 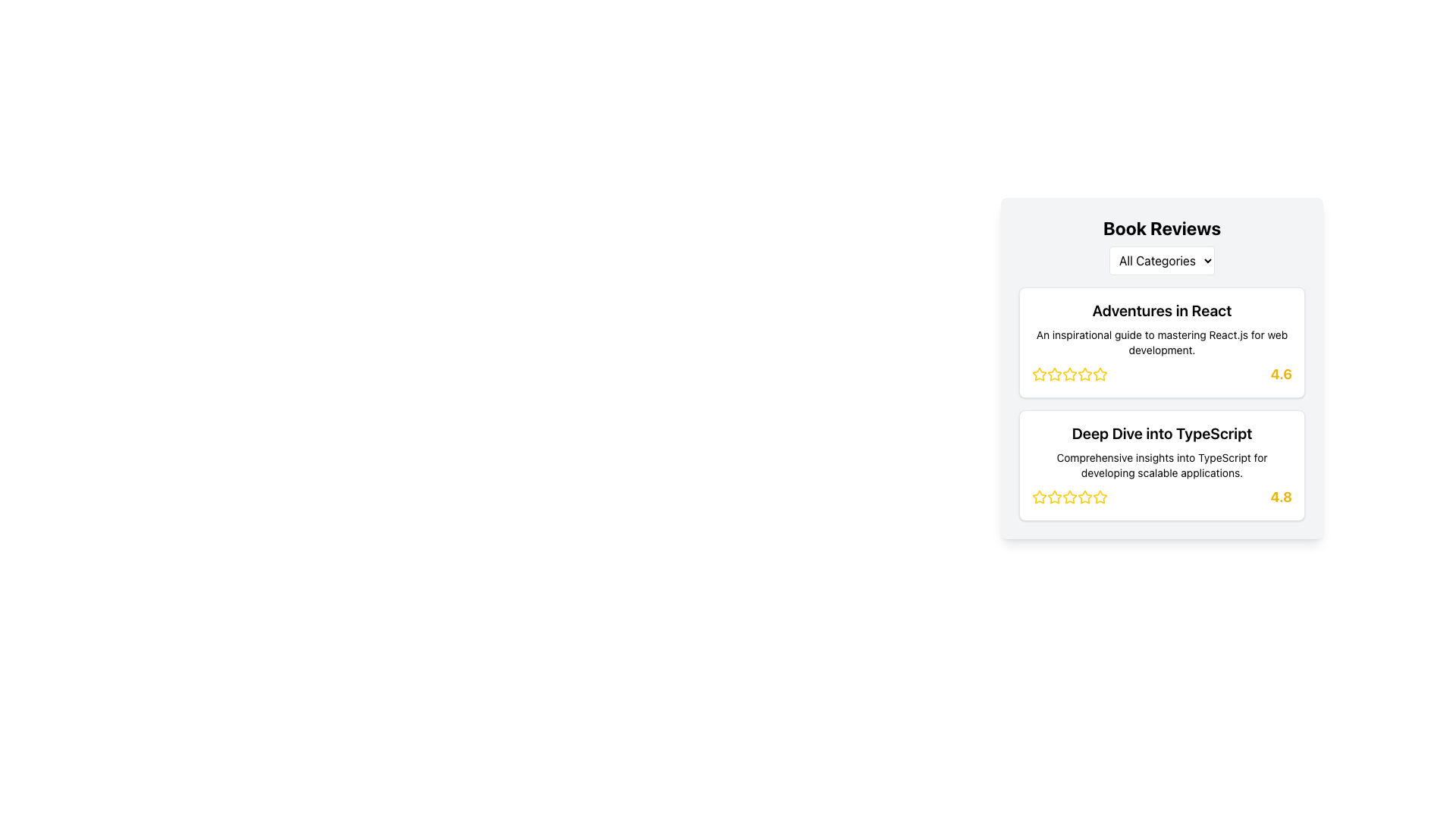 I want to click on the first star rating icon in the horizontal sequence of five stars located near the bottom left section of the 'Deep Dive into TypeScript' card, so click(x=1069, y=497).